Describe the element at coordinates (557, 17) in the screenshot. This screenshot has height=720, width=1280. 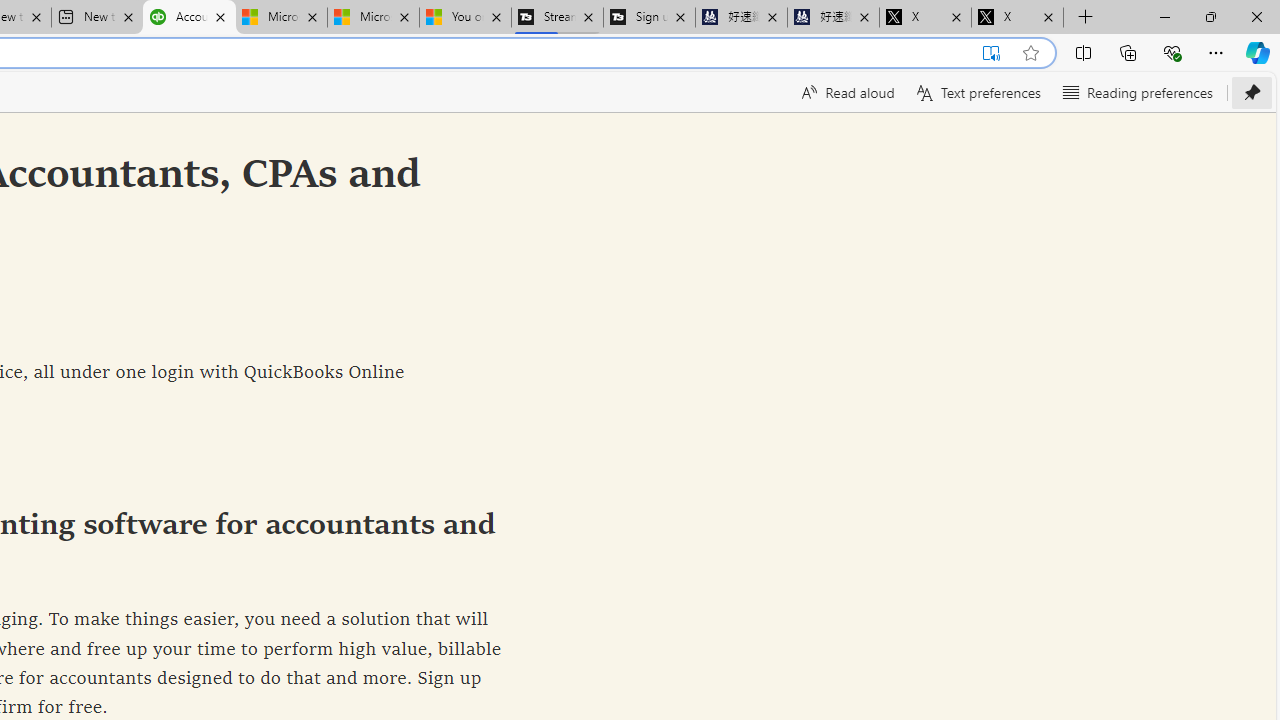
I see `'Streaming Coverage | T3'` at that location.